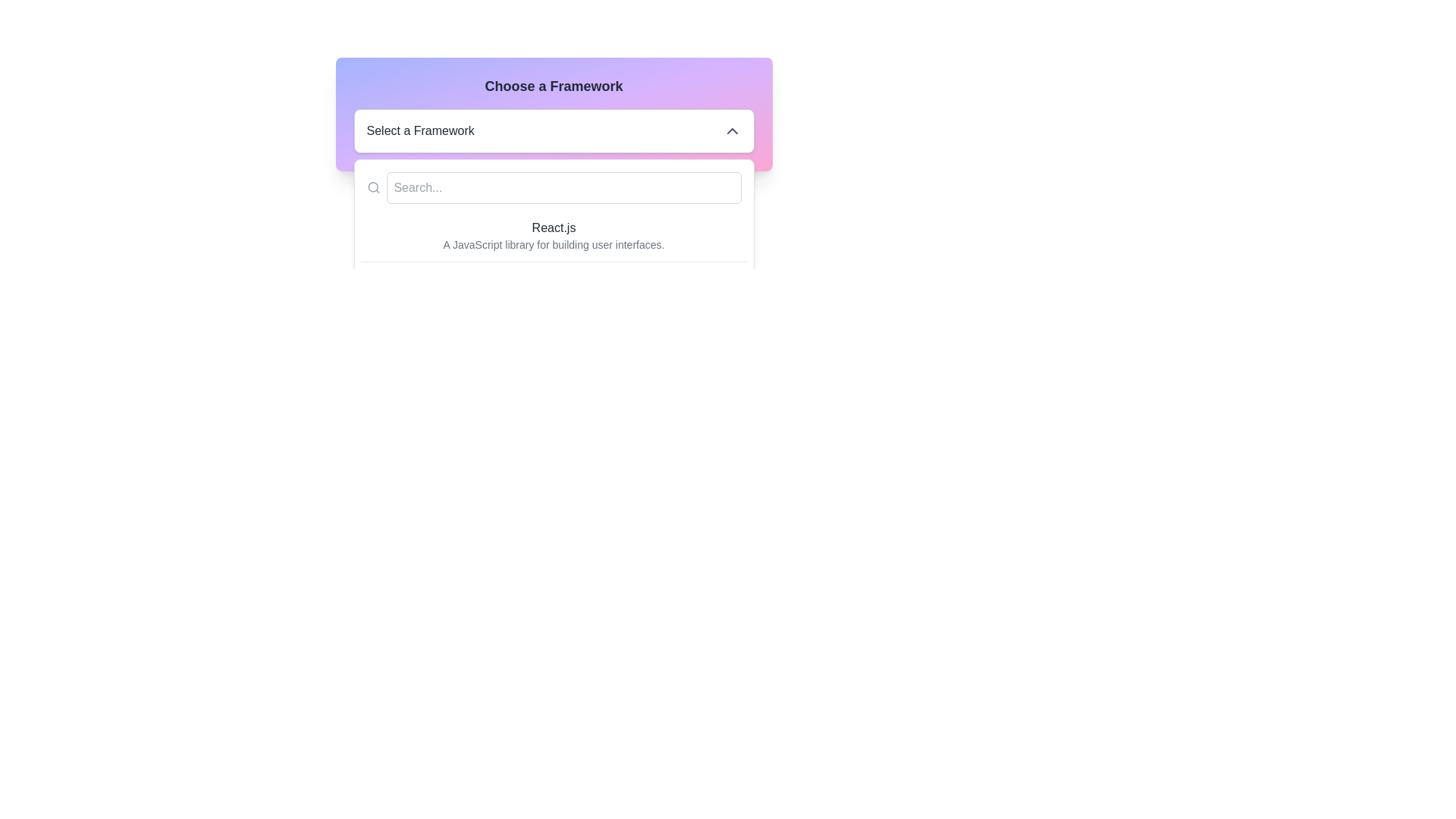 The height and width of the screenshot is (819, 1456). What do you see at coordinates (373, 187) in the screenshot?
I see `the inner circle of the magnifying glass icon, which represents the lens for search functionality` at bounding box center [373, 187].